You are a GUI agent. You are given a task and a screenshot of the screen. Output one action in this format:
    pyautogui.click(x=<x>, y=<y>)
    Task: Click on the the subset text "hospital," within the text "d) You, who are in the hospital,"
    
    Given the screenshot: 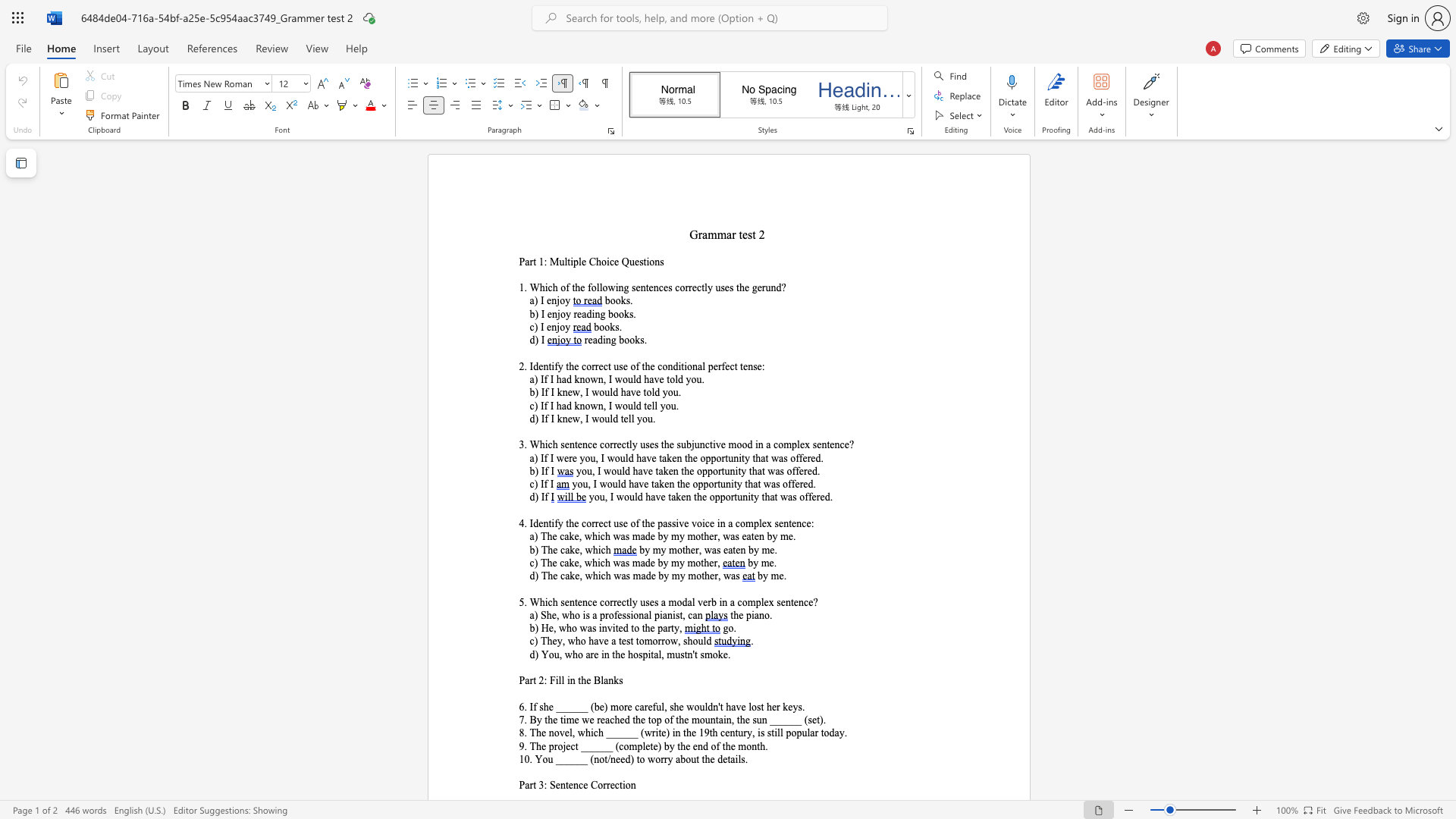 What is the action you would take?
    pyautogui.click(x=627, y=654)
    